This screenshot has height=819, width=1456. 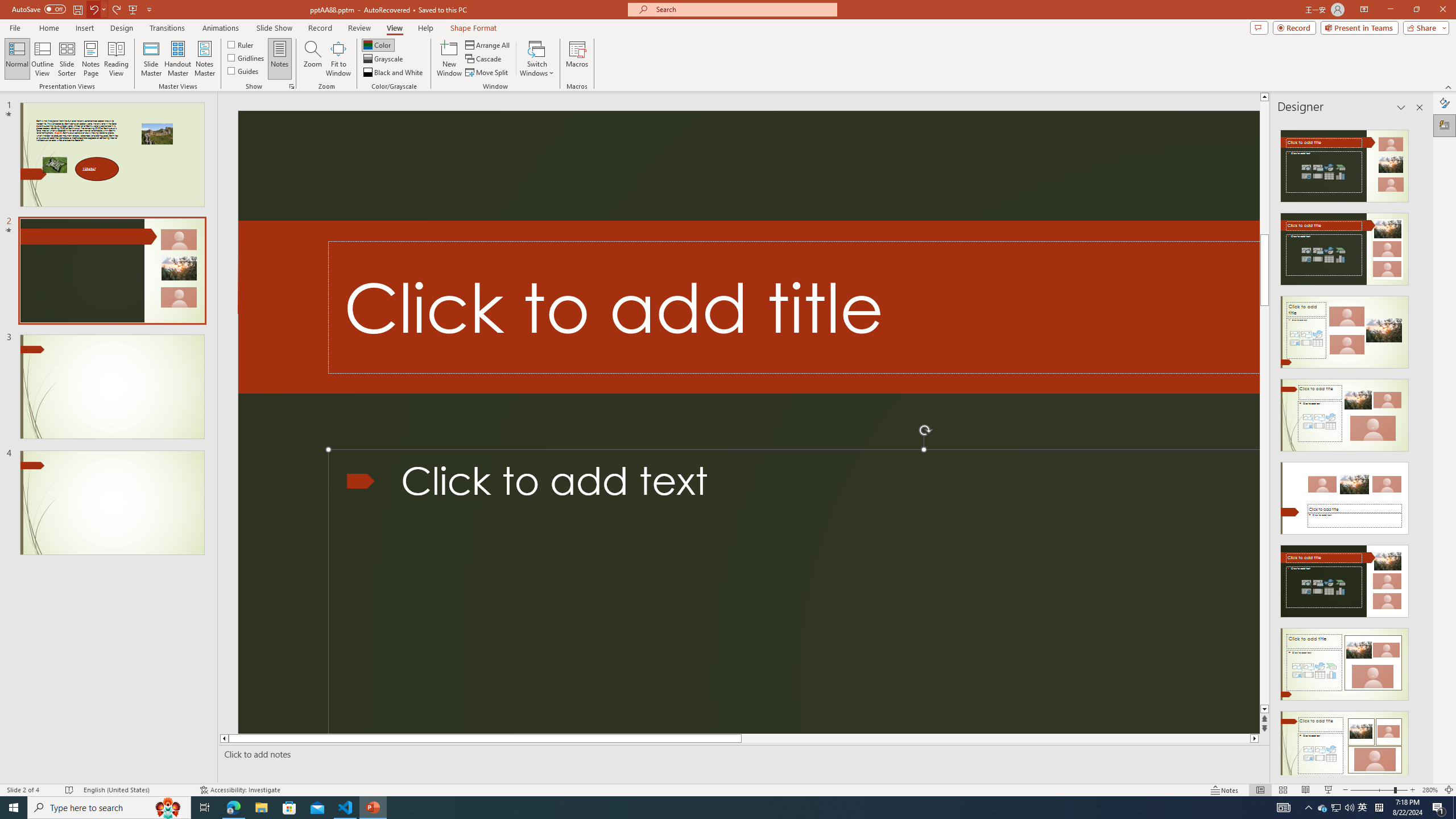 What do you see at coordinates (338, 59) in the screenshot?
I see `'Fit to Window'` at bounding box center [338, 59].